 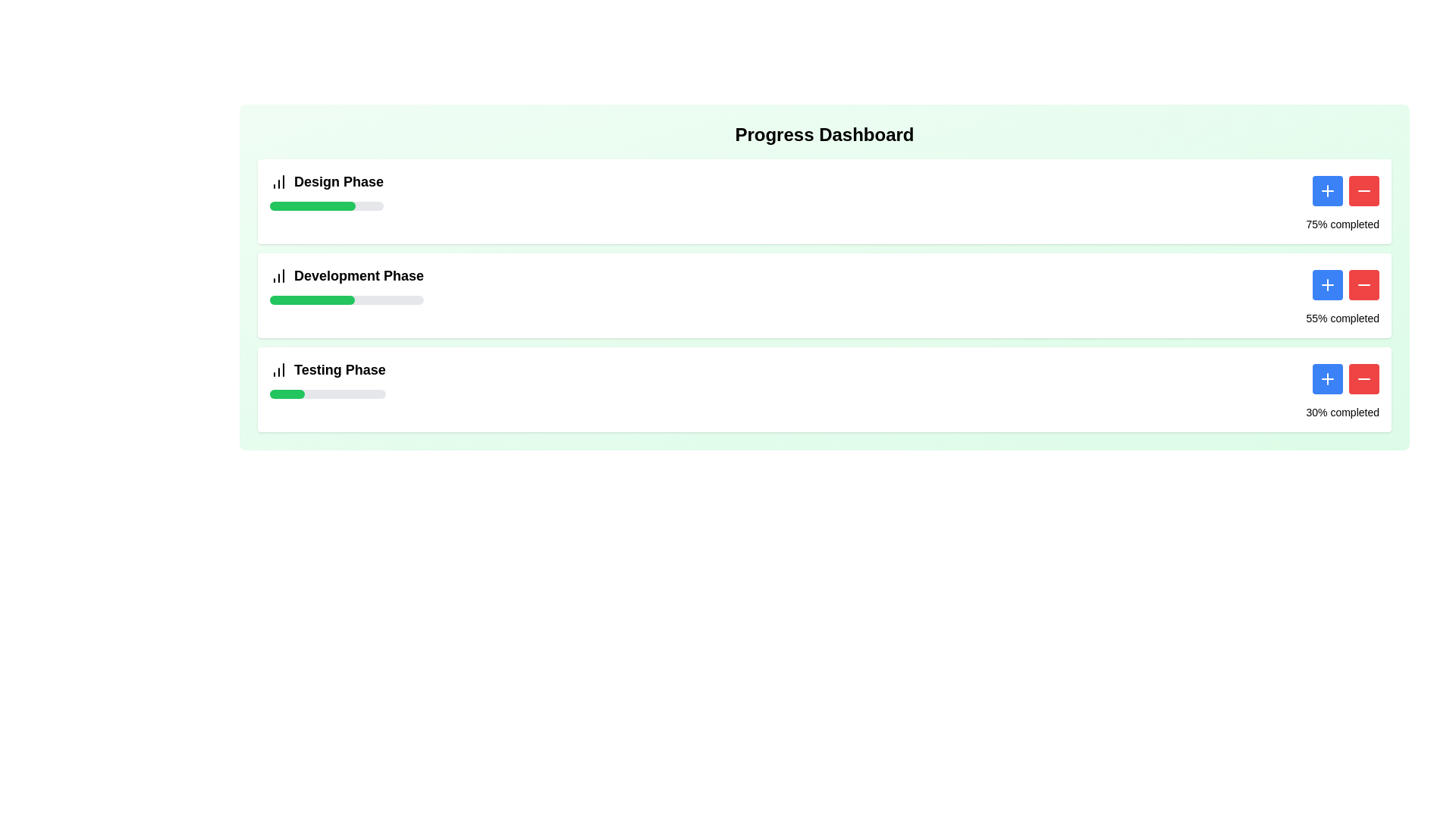 I want to click on the decrement icon button located in the bottom-right corner of the 'Testing Phase' section, so click(x=1364, y=378).